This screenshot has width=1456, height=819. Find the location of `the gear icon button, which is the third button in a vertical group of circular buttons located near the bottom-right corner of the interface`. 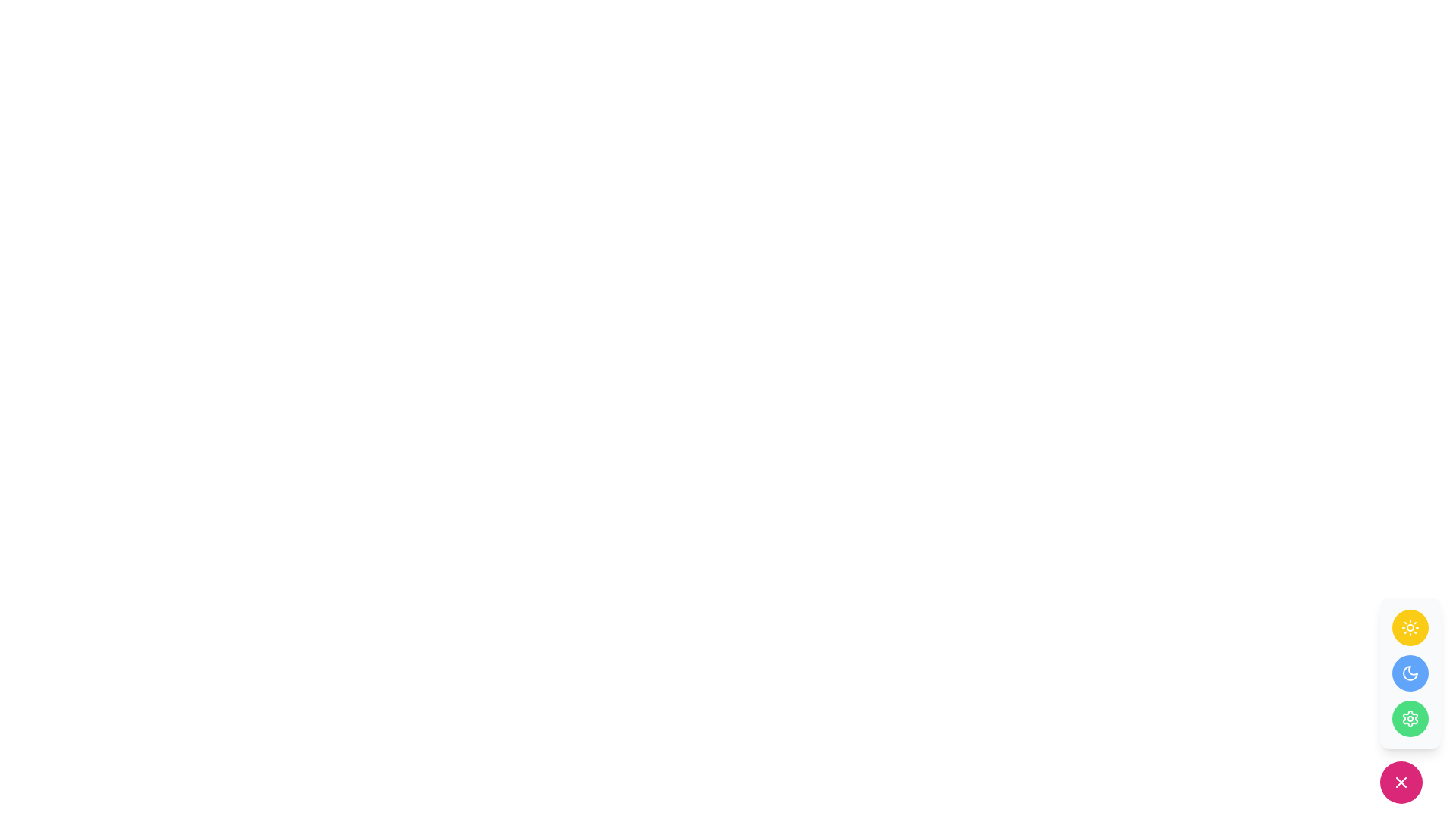

the gear icon button, which is the third button in a vertical group of circular buttons located near the bottom-right corner of the interface is located at coordinates (1410, 718).